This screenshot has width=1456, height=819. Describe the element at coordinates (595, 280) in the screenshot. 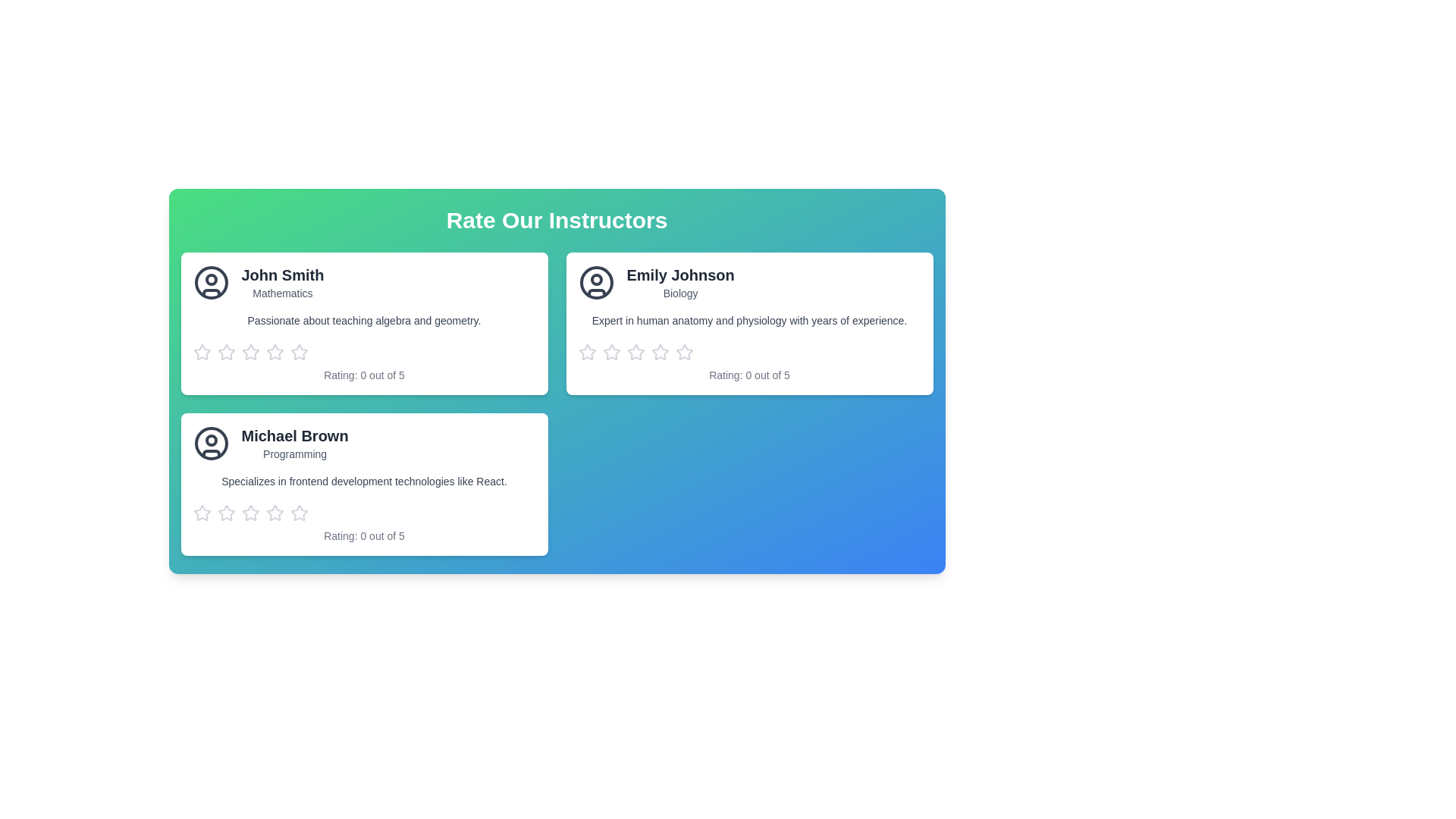

I see `the decorative circle within the avatar icon located to the left of 'Emily Johnson's name` at that location.